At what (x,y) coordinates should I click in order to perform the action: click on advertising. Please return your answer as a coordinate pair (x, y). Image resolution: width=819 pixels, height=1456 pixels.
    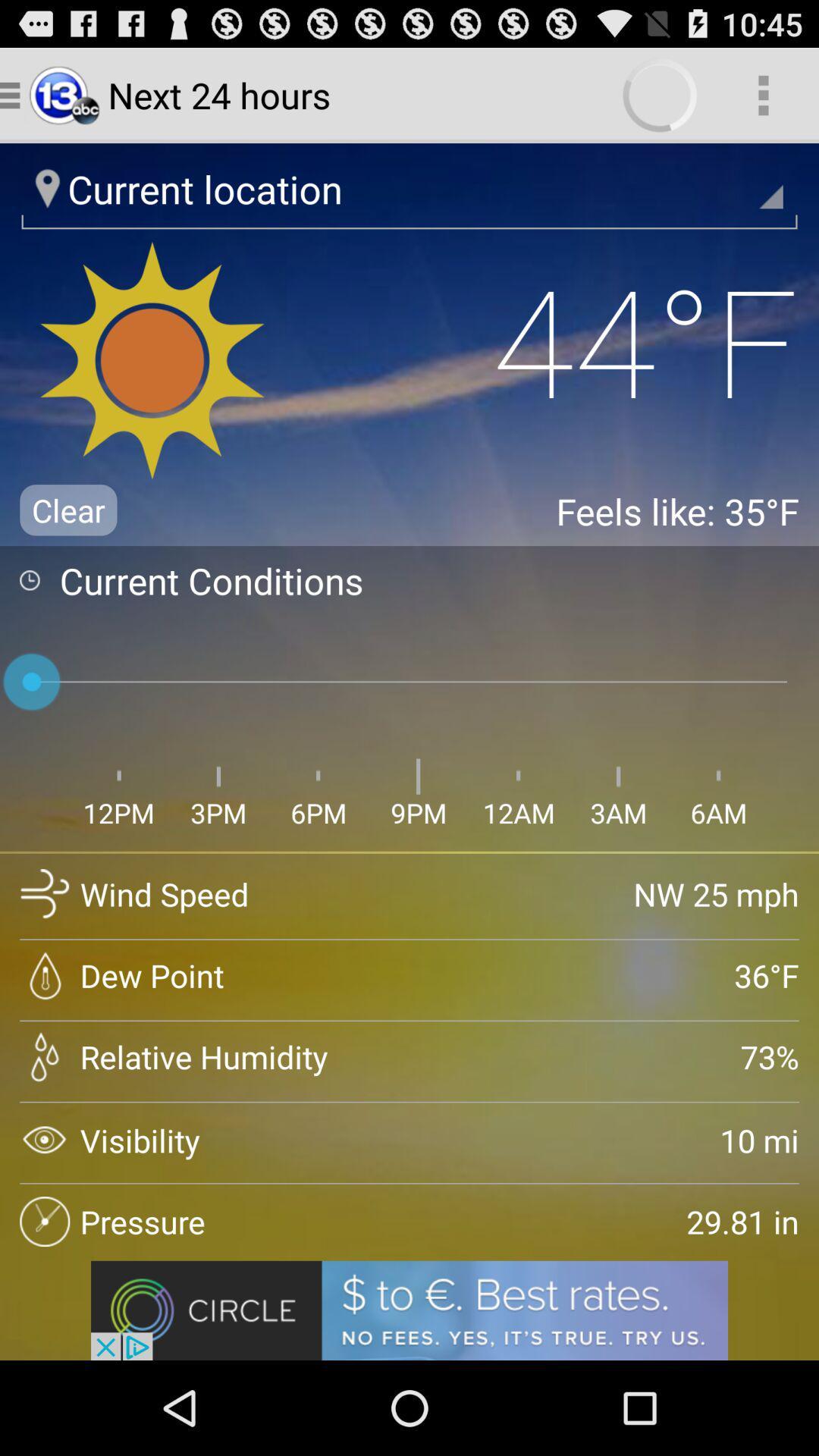
    Looking at the image, I should click on (409, 1310).